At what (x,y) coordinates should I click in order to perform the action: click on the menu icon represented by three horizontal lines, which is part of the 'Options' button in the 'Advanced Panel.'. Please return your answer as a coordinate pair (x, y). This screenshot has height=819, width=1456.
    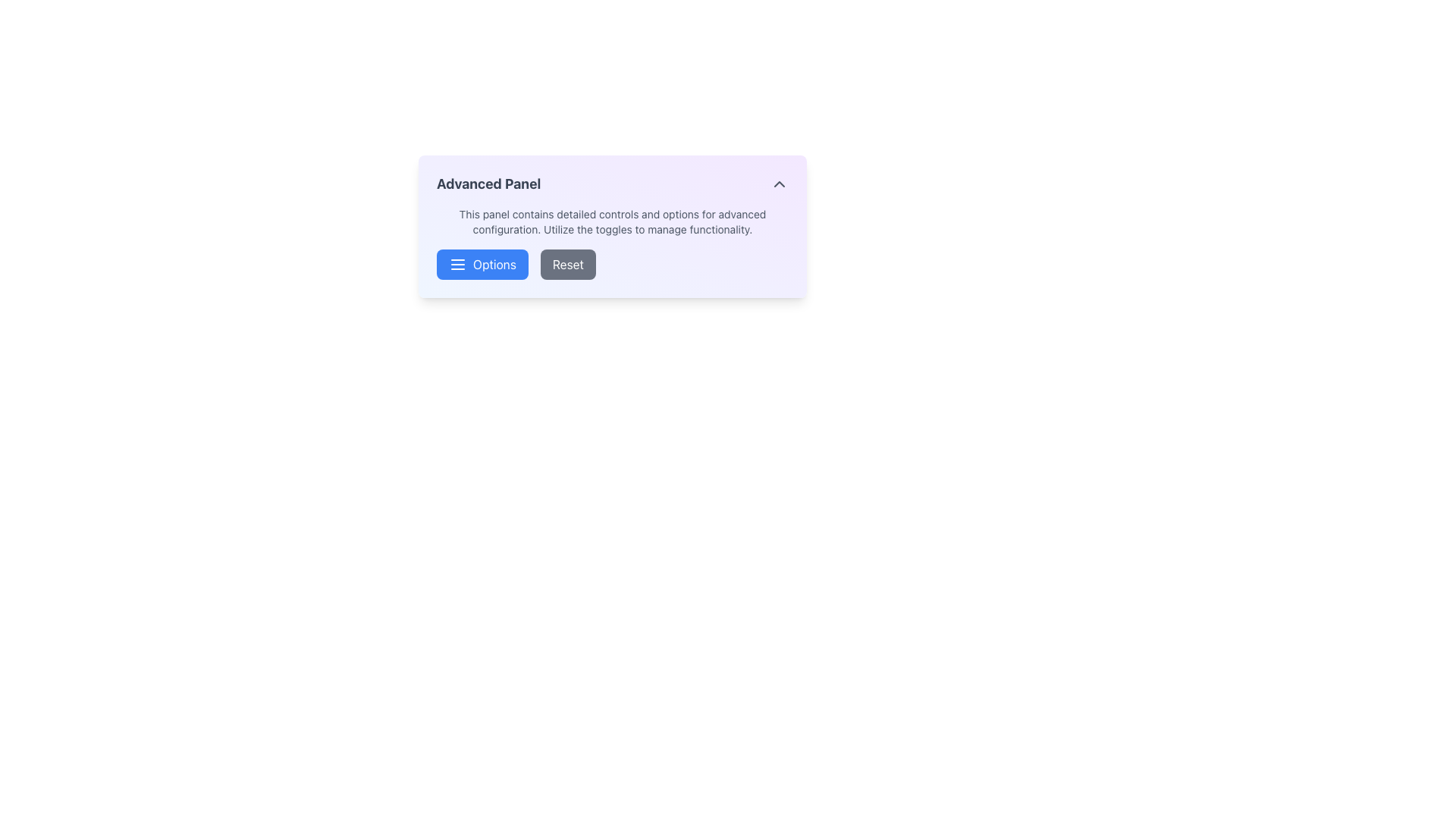
    Looking at the image, I should click on (457, 263).